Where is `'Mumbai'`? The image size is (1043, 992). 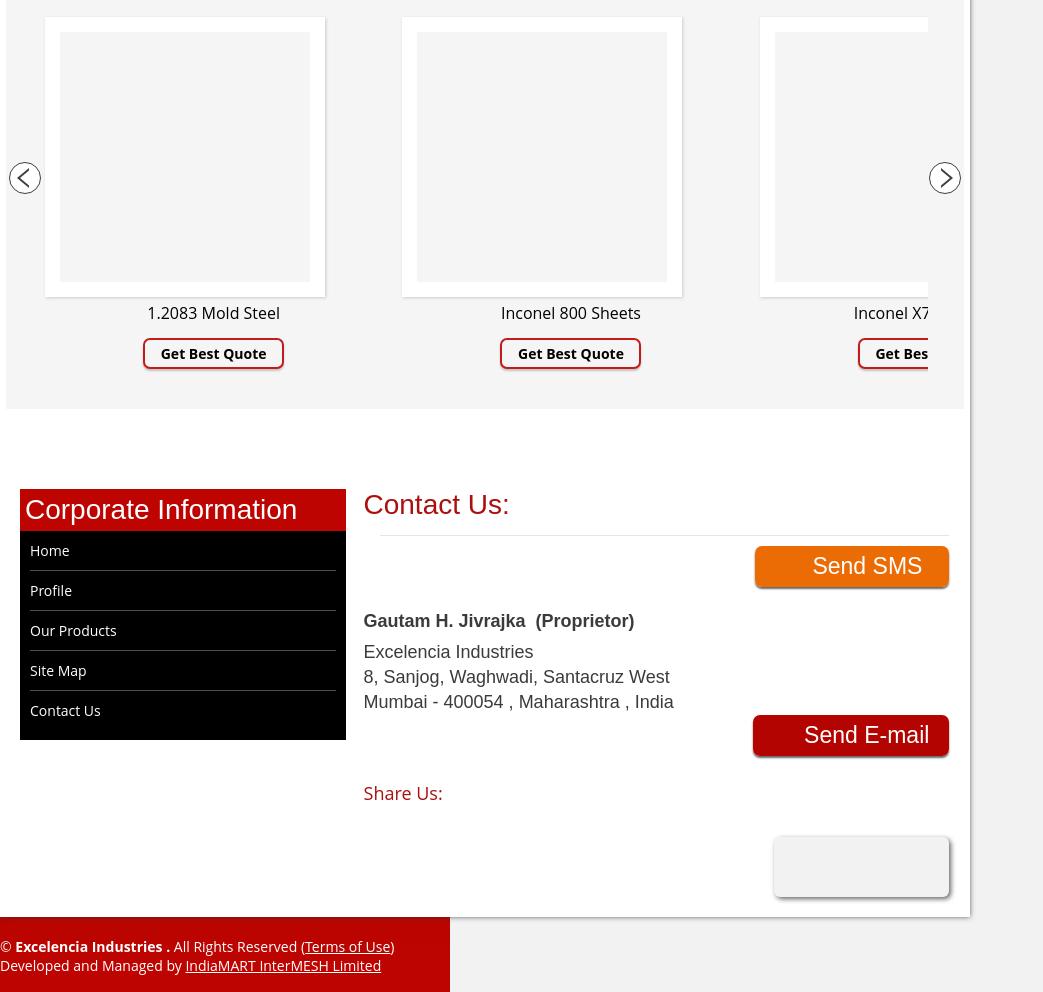
'Mumbai' is located at coordinates (361, 701).